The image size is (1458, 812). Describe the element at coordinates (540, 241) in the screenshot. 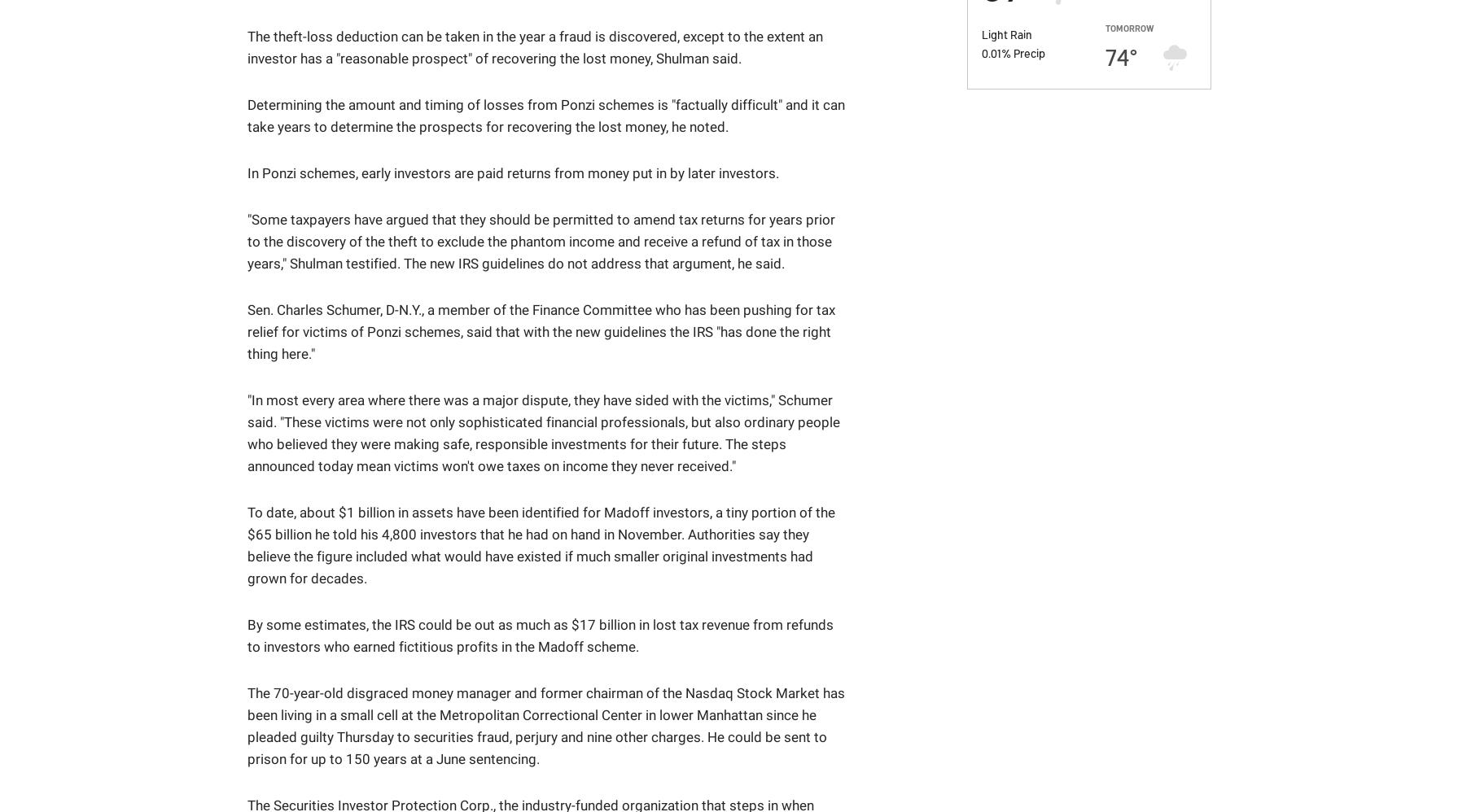

I see `'"Some taxpayers have argued that they should be permitted to amend tax returns for years prior to the discovery of the theft to exclude the phantom income and receive a refund of tax in those years," Shulman testified. The new IRS guidelines do not address that argument, he said.'` at that location.